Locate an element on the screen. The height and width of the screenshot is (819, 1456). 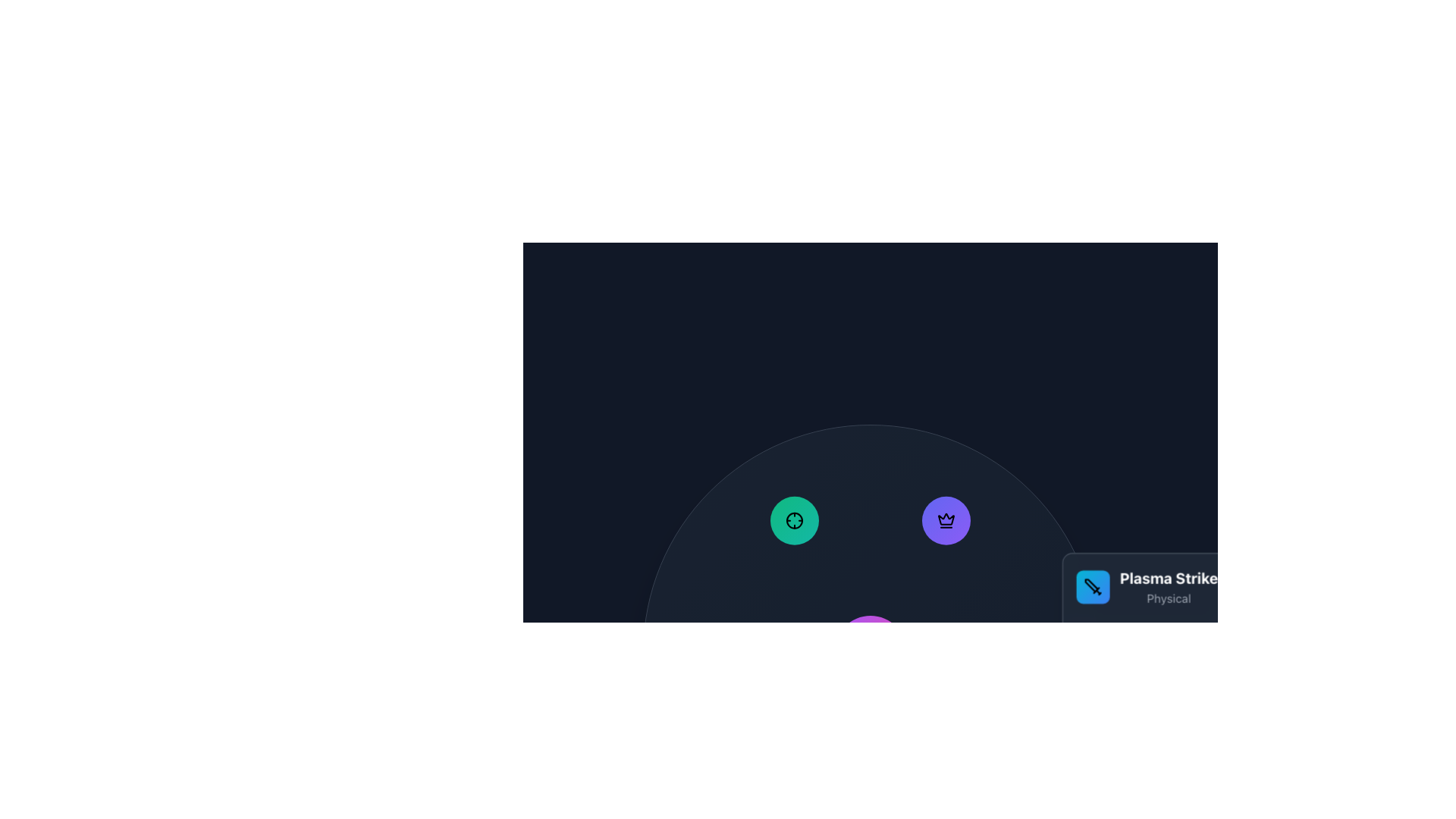
the tooltip or pop-up informational box that provides details about the 'Plasma Strike' action, which is characterized as 'Physical' and appears next to the associated circular button is located at coordinates (1194, 651).